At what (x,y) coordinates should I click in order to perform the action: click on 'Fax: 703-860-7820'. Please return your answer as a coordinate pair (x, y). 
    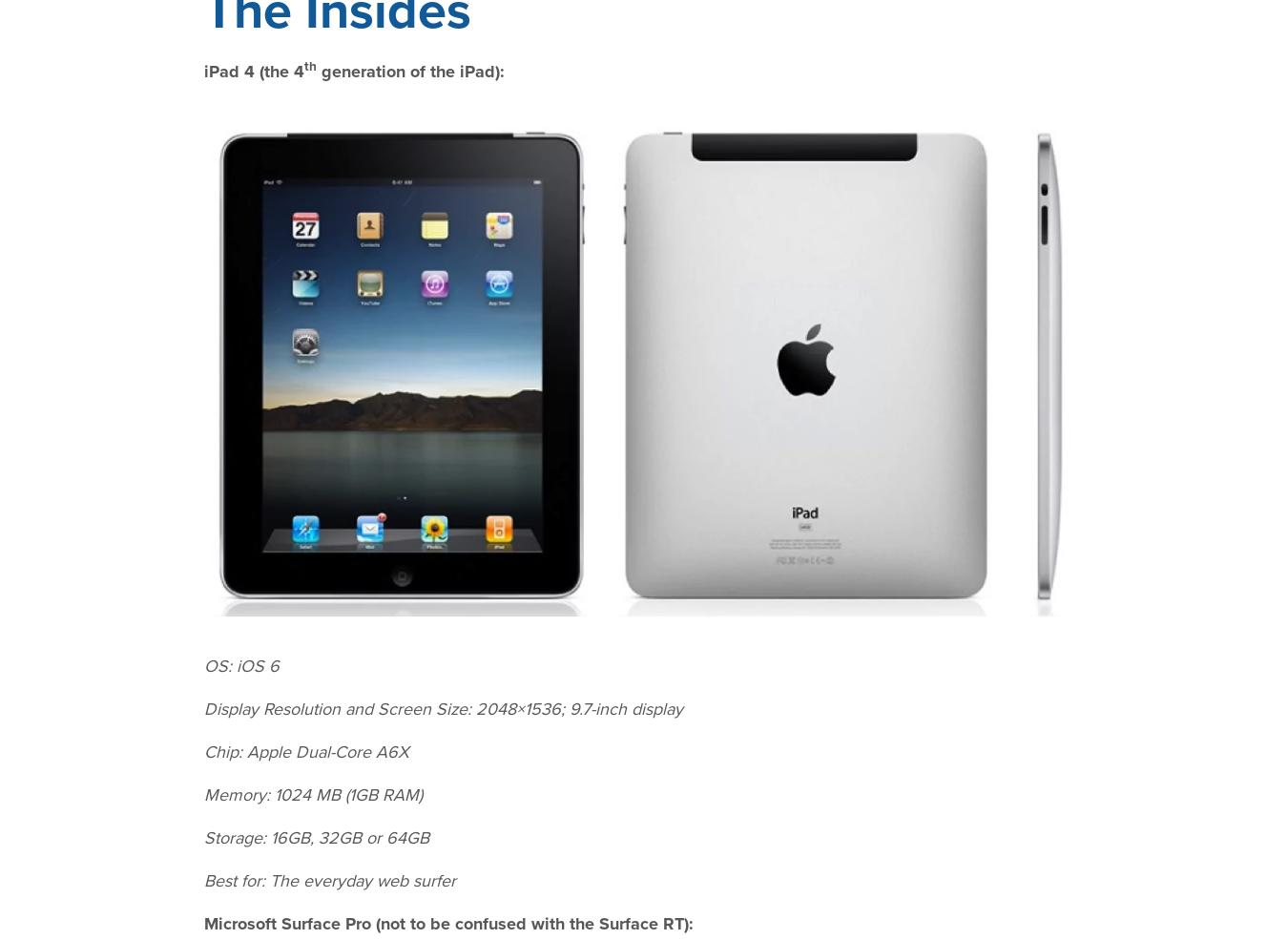
    Looking at the image, I should click on (949, 872).